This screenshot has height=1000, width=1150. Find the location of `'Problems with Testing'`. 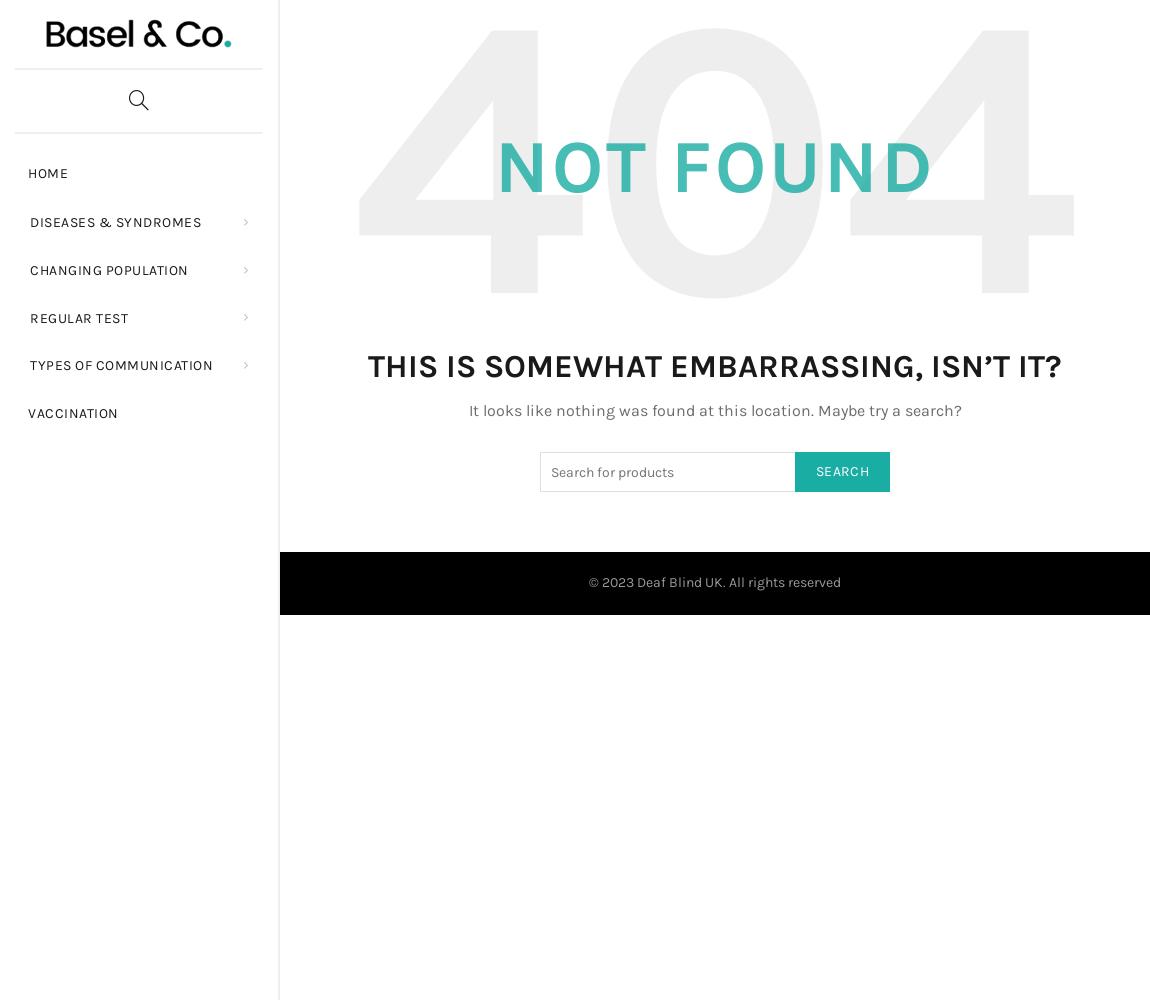

'Problems with Testing' is located at coordinates (320, 331).